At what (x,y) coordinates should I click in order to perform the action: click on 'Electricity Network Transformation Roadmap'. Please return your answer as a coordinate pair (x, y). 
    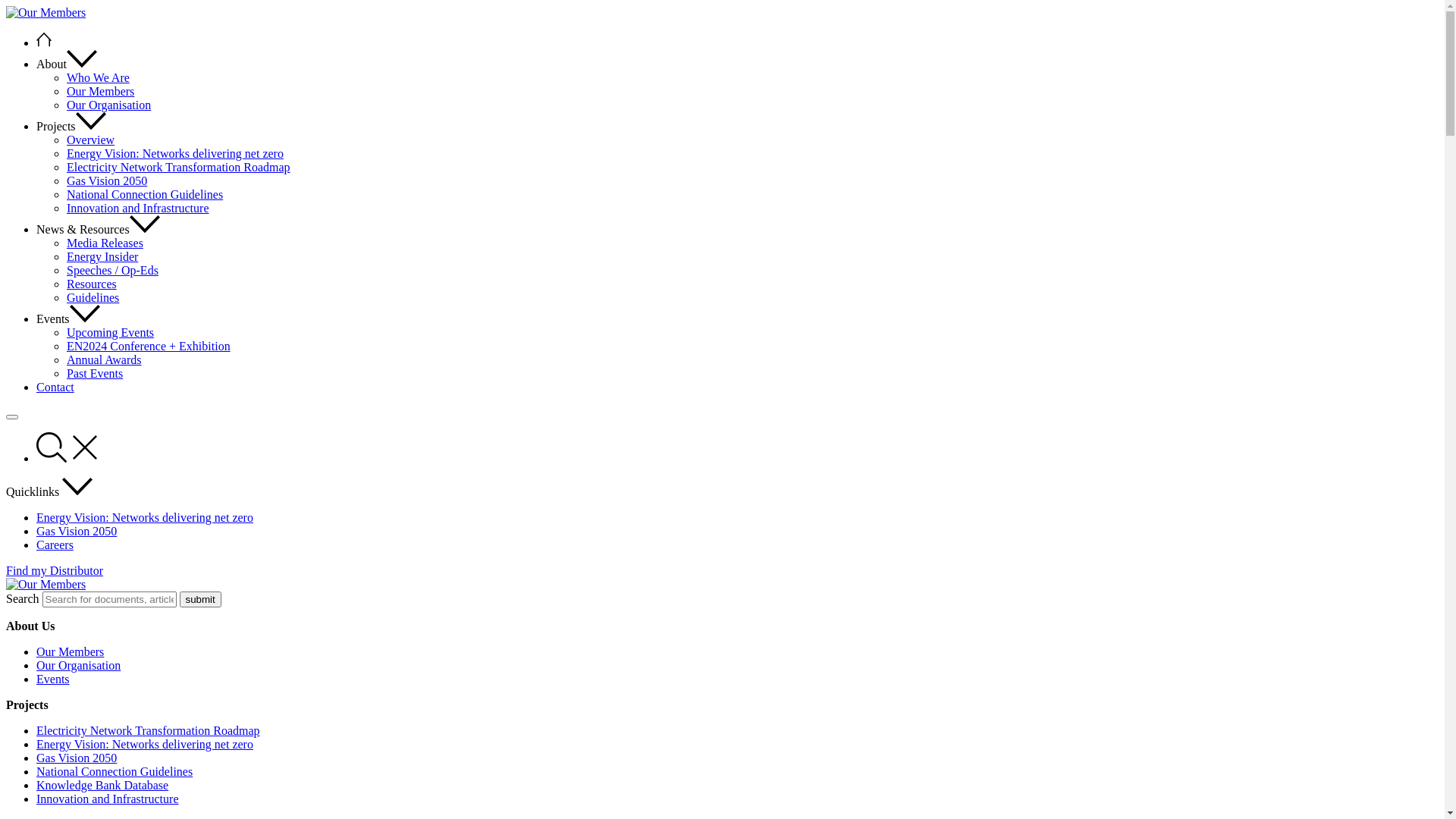
    Looking at the image, I should click on (178, 167).